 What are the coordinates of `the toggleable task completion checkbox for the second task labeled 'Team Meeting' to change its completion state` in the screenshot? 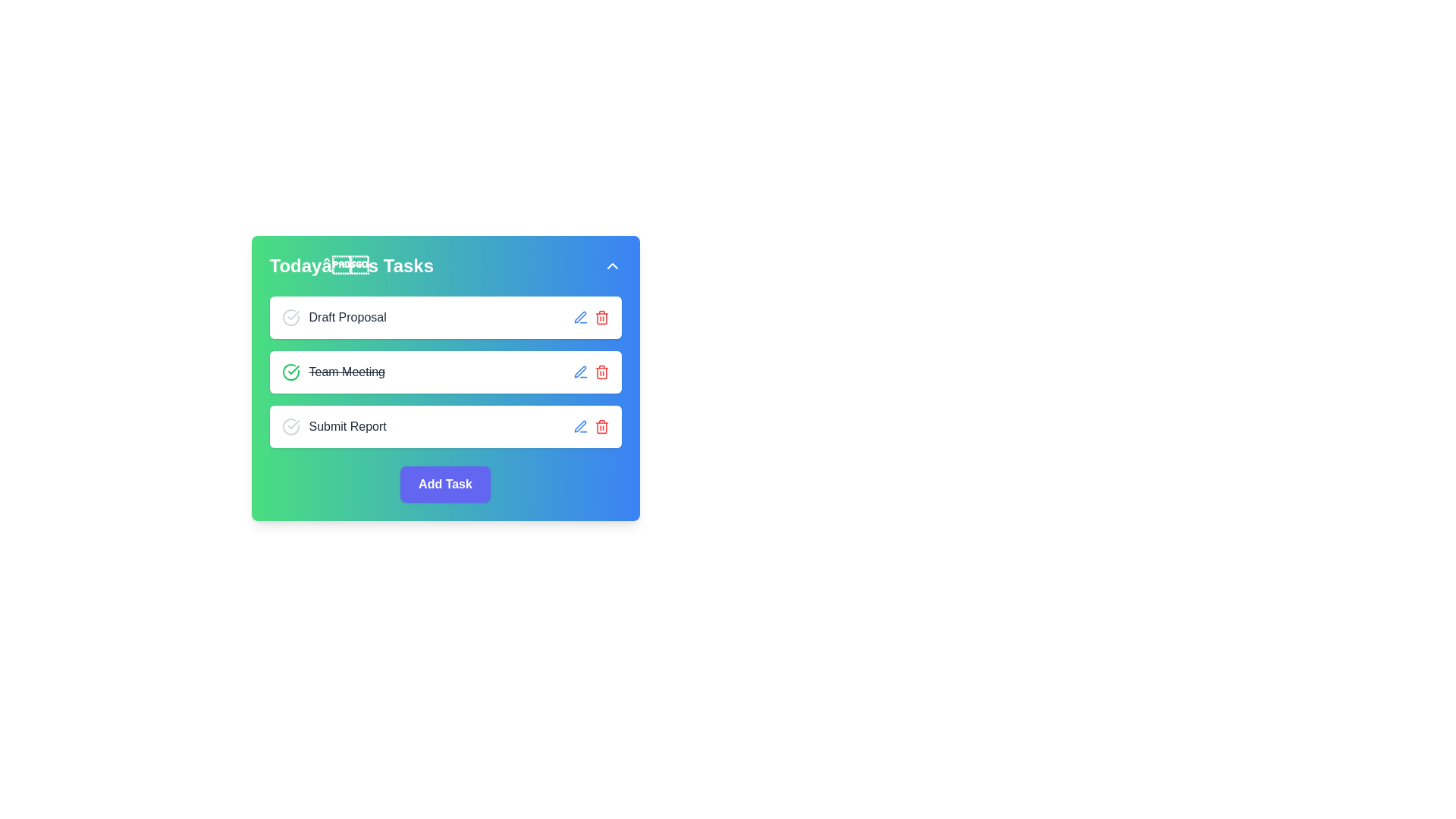 It's located at (290, 372).